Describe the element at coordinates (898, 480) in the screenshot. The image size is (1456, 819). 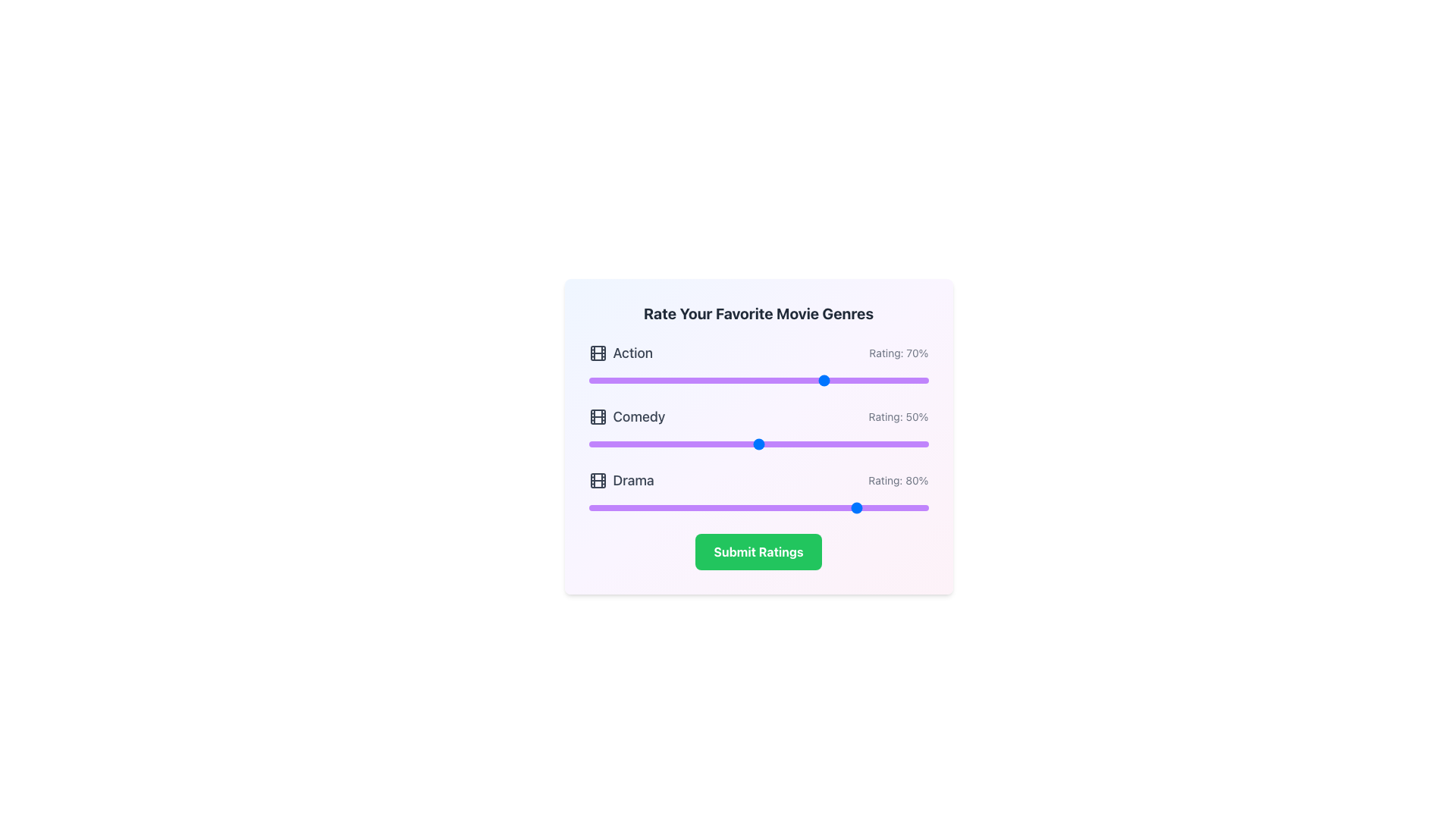
I see `the Text Label displaying 'Rating: 80%' located beside the 'Drama' slider in the bottom row of the vertical layout` at that location.